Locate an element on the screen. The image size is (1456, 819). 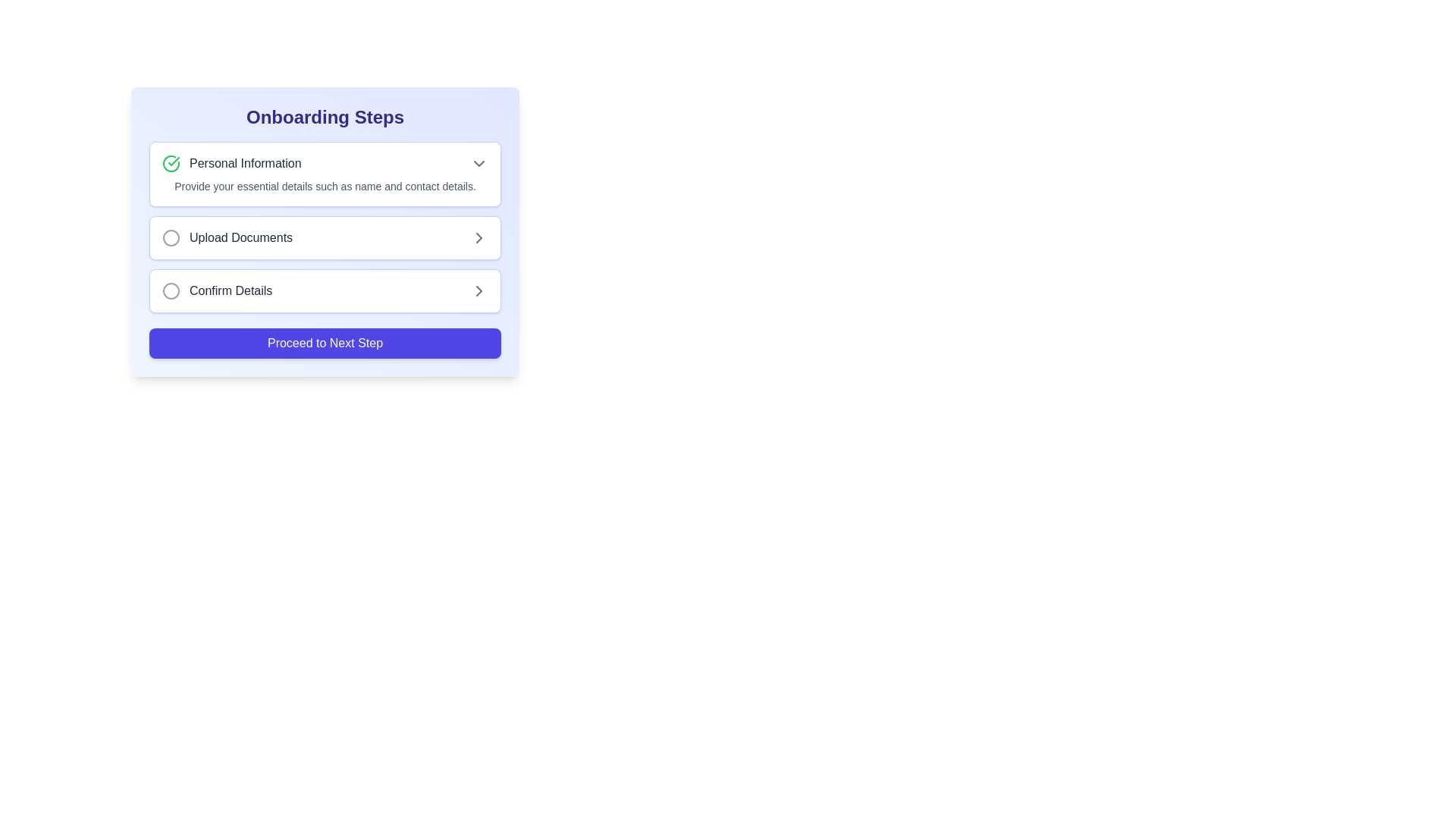
the arrow on the 'Personal Information' informational card is located at coordinates (324, 174).